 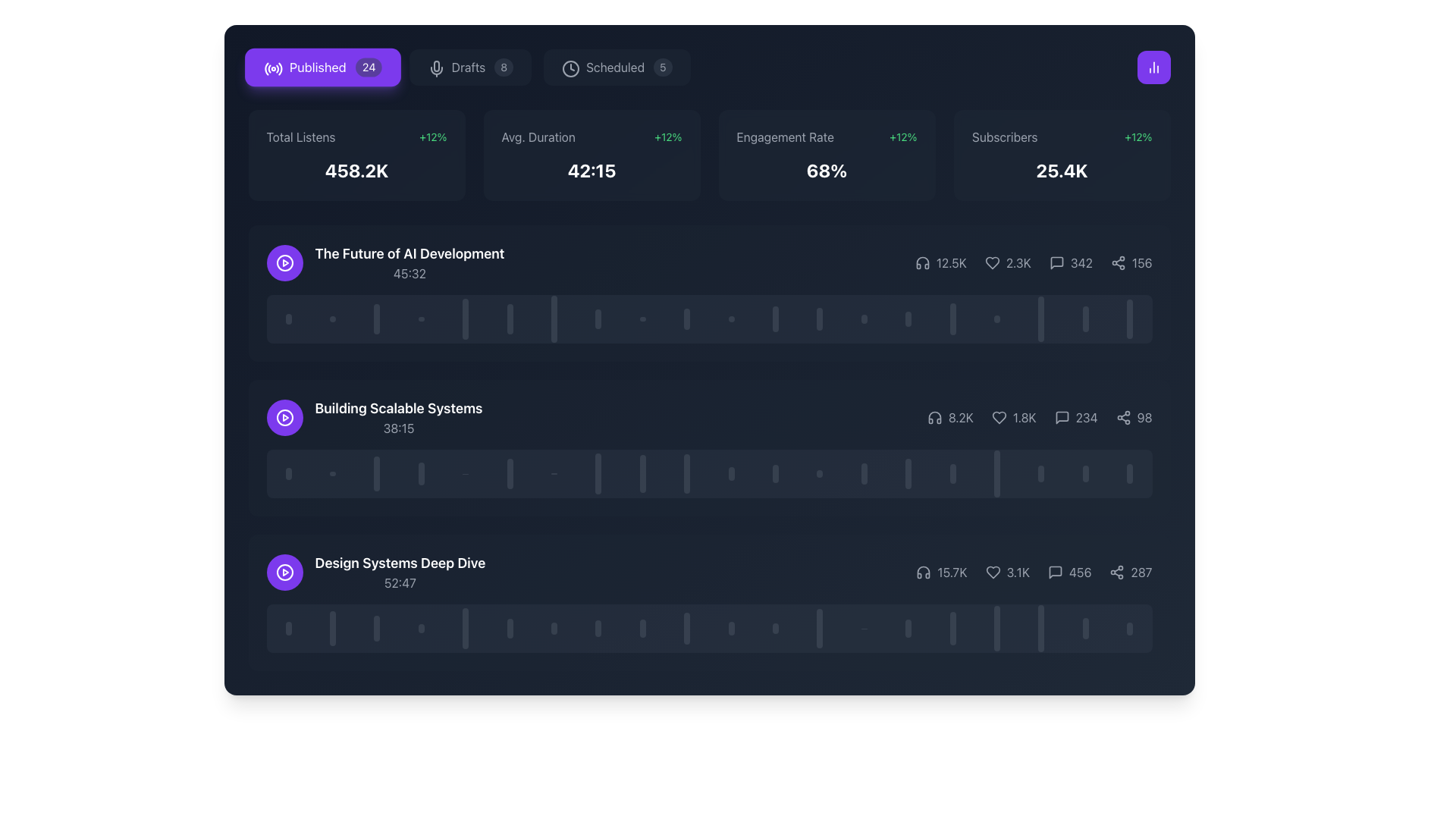 I want to click on the fifteenth vertical progress bar with rounded edges, which is part of a sequence under 'The Future of AI Development.', so click(x=908, y=318).